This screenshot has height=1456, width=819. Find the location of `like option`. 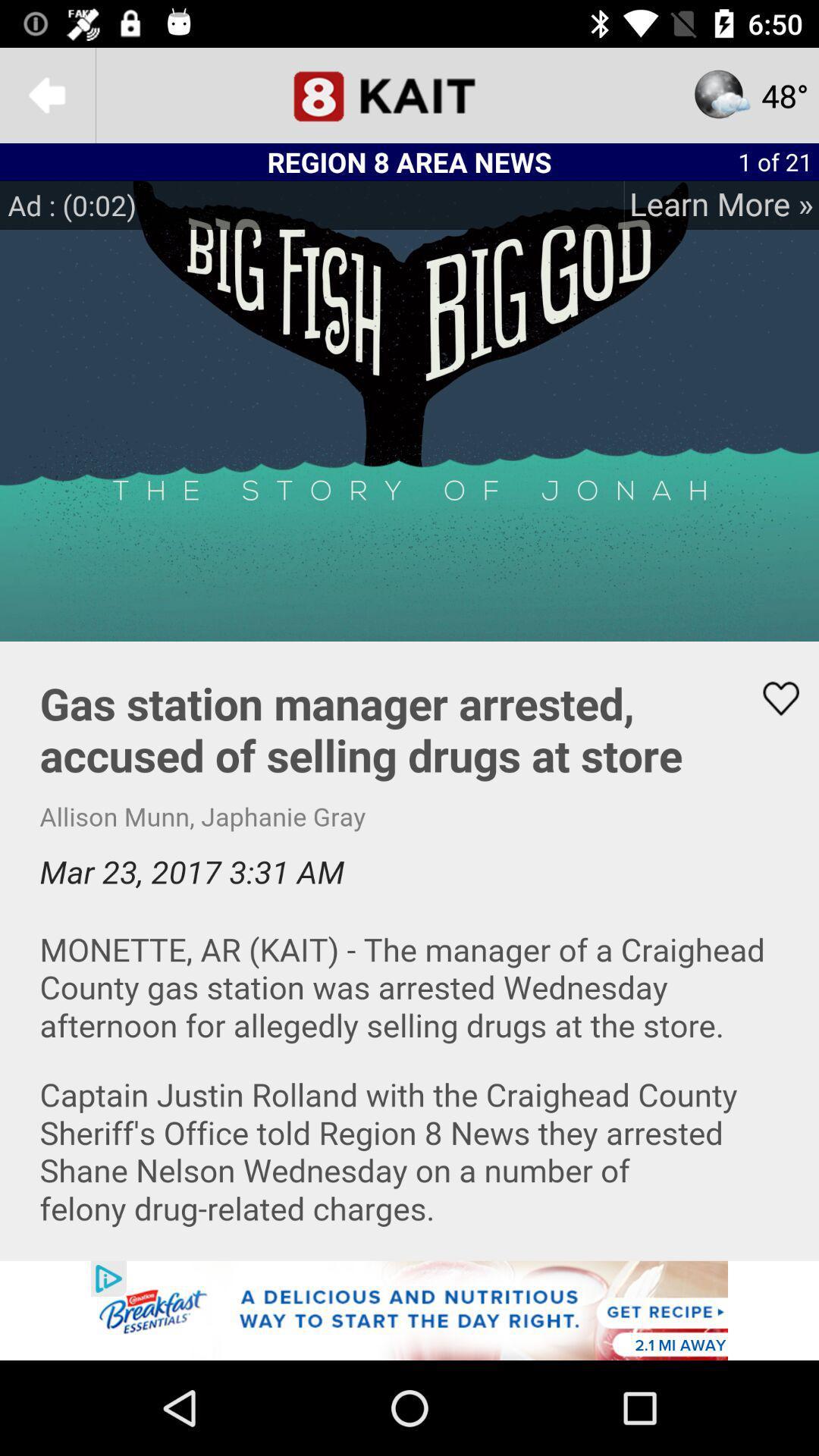

like option is located at coordinates (771, 698).